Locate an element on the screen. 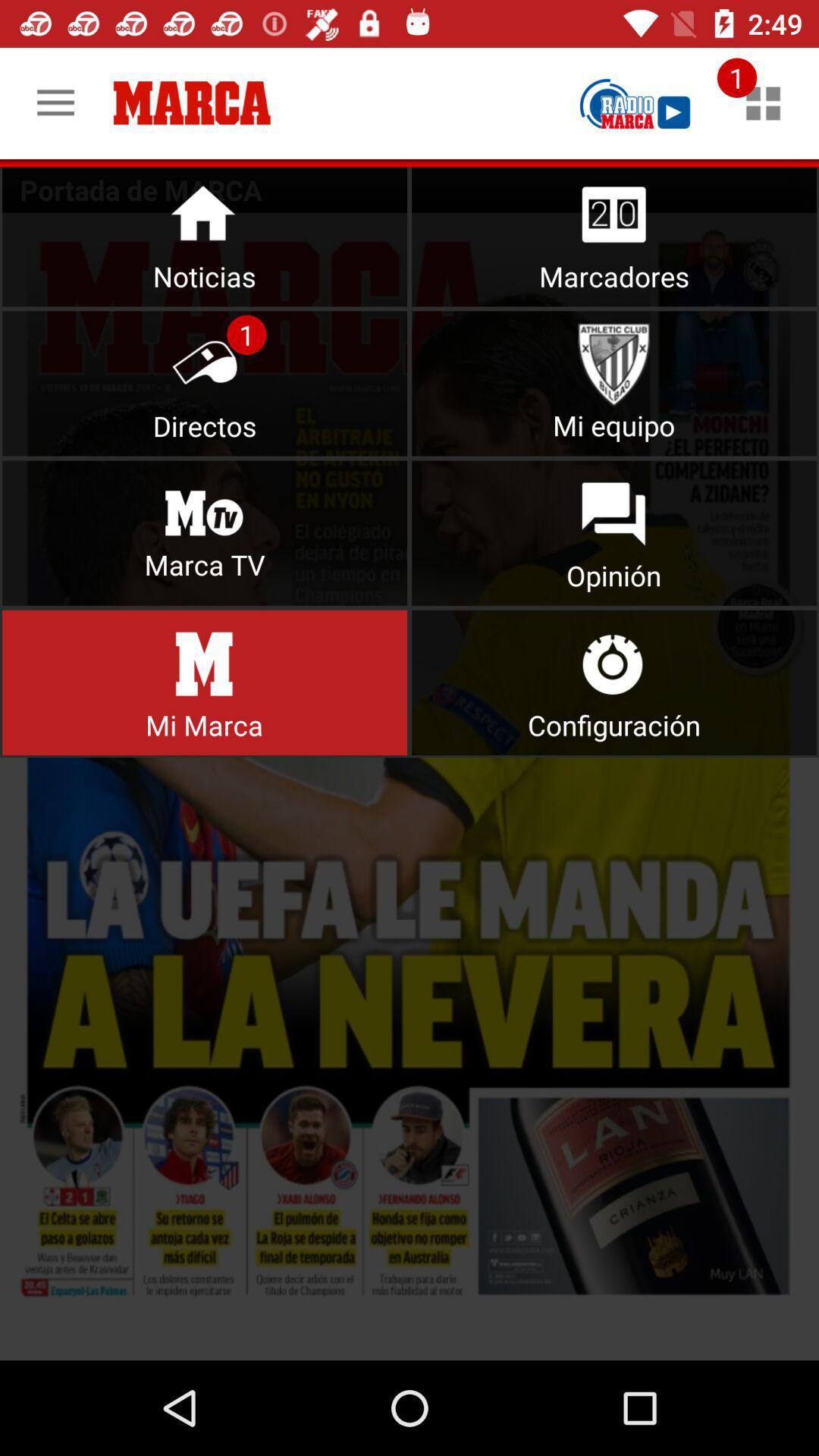 The height and width of the screenshot is (1456, 819). entire page is located at coordinates (409, 786).